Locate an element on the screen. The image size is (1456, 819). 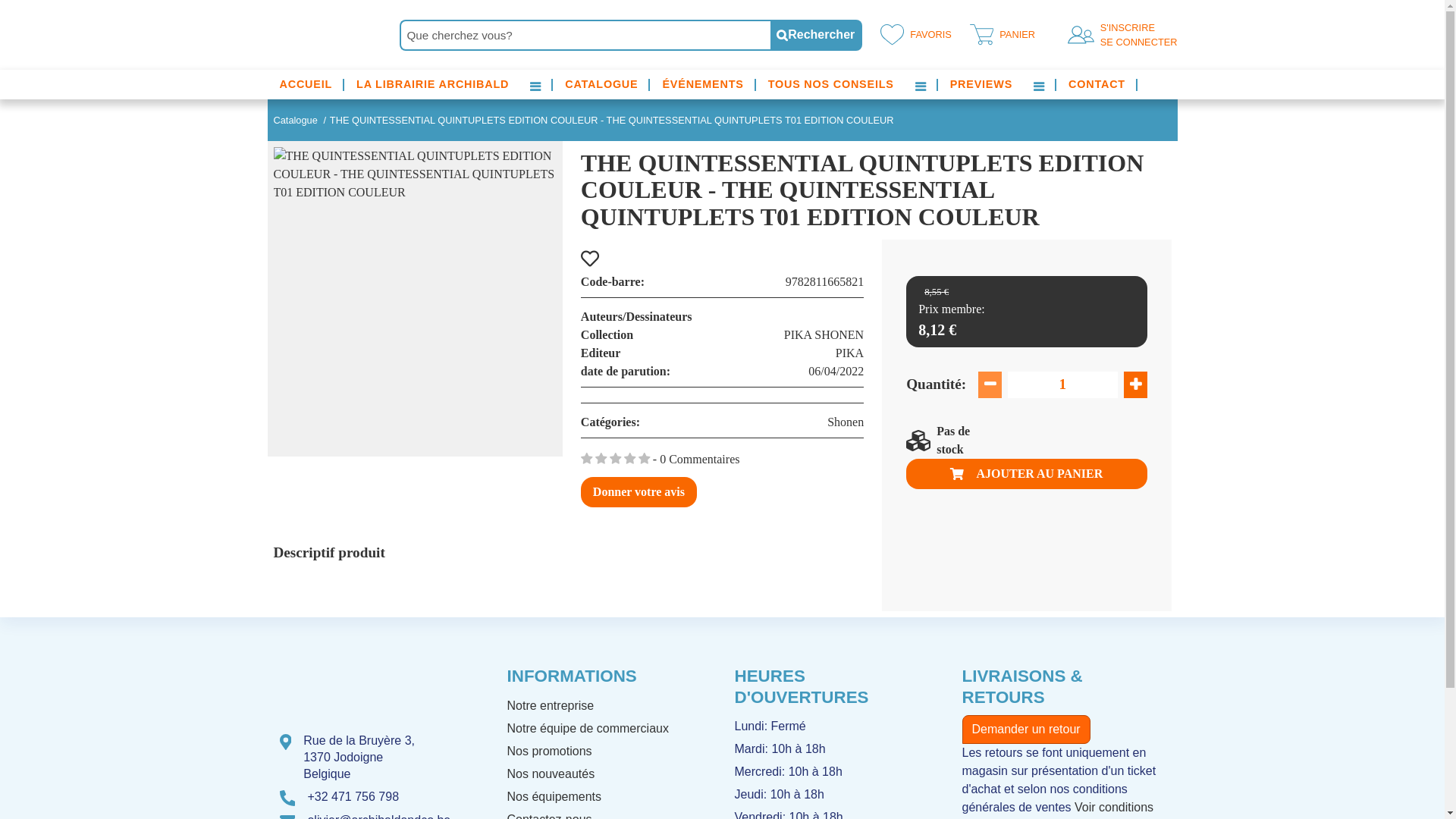
'S'INSCRIRE is located at coordinates (1135, 34).